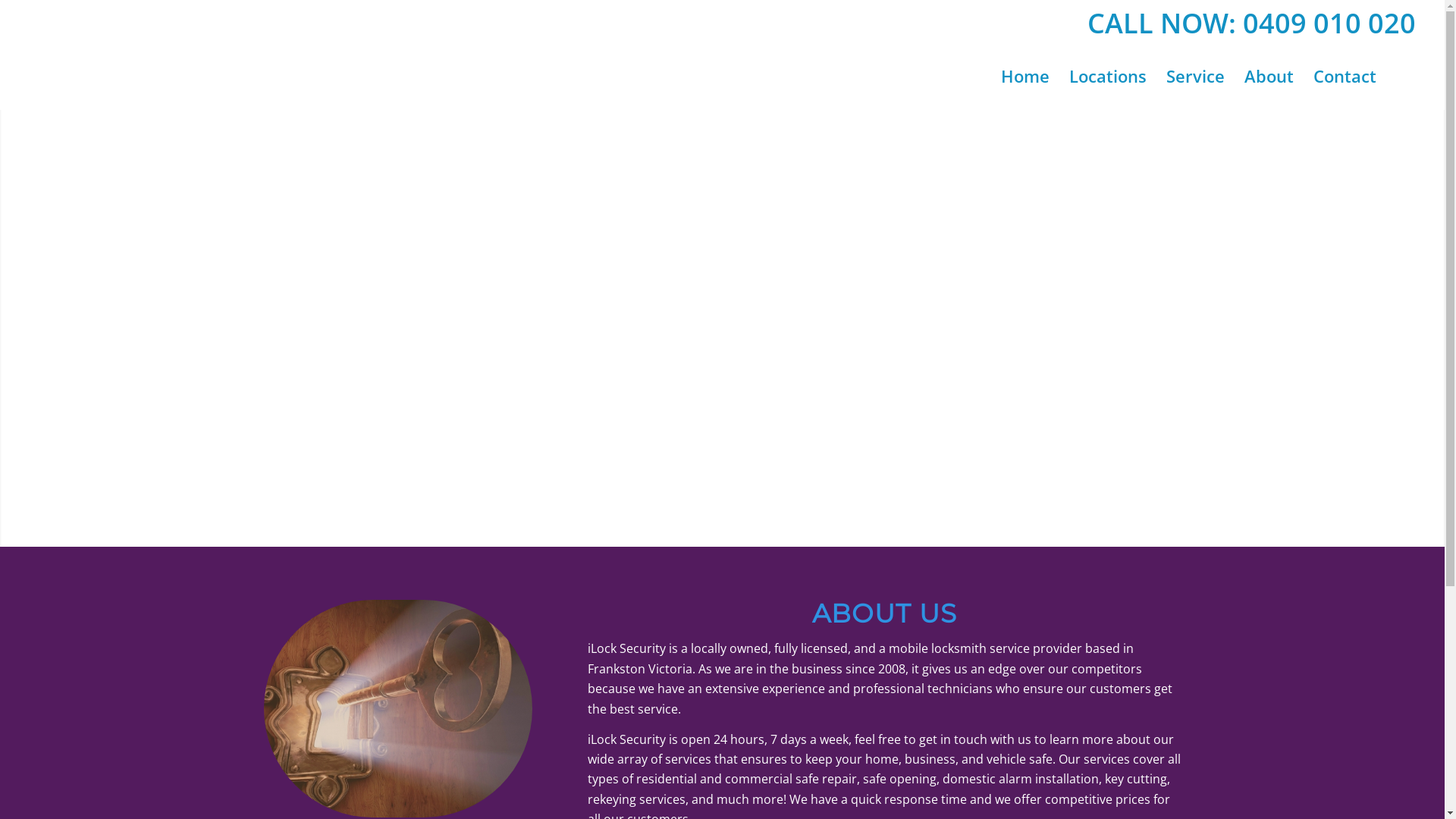  Describe the element at coordinates (1107, 76) in the screenshot. I see `'Locations'` at that location.